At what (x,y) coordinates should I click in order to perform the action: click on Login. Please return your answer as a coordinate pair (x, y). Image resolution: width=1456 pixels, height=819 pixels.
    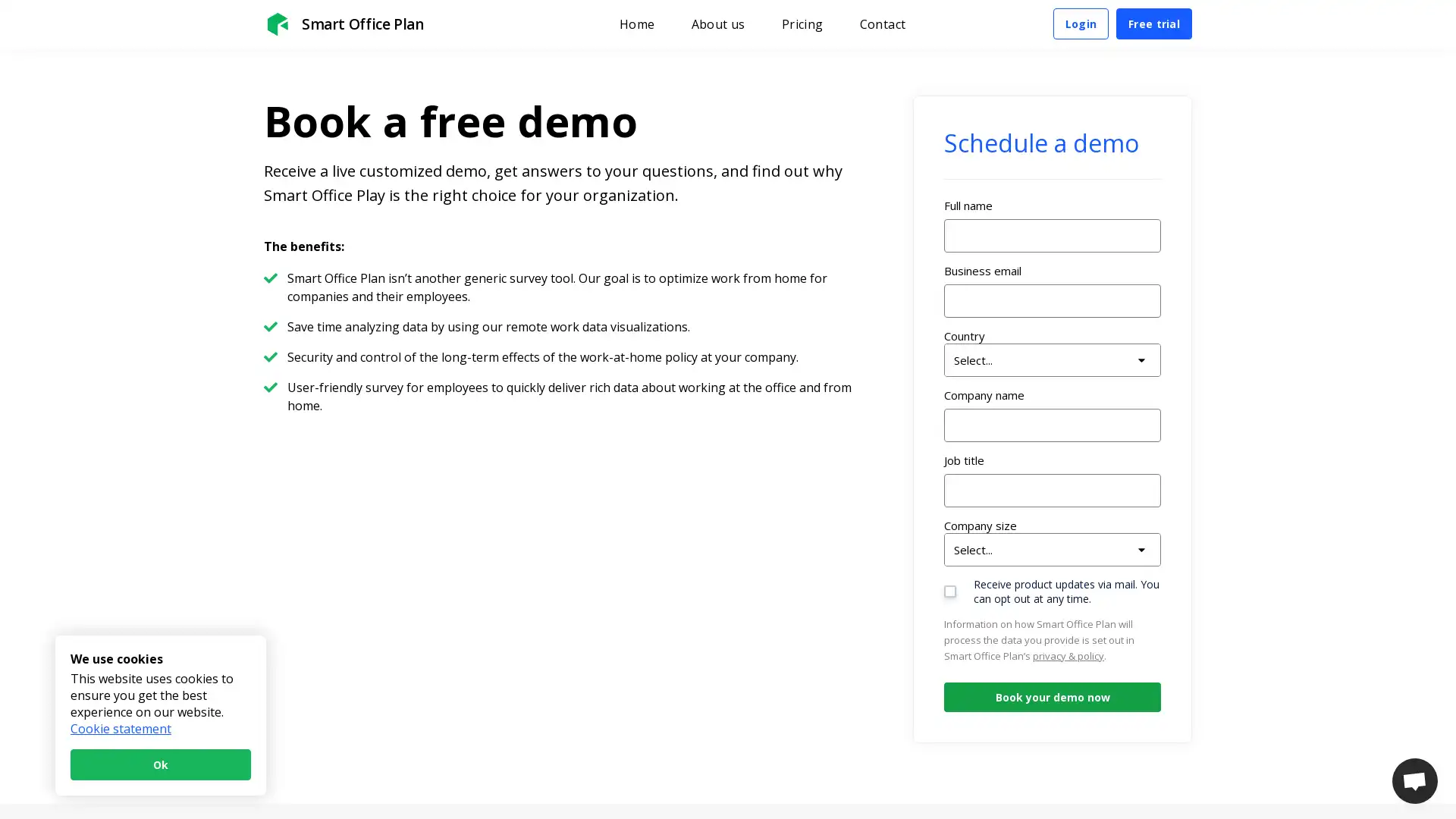
    Looking at the image, I should click on (1080, 24).